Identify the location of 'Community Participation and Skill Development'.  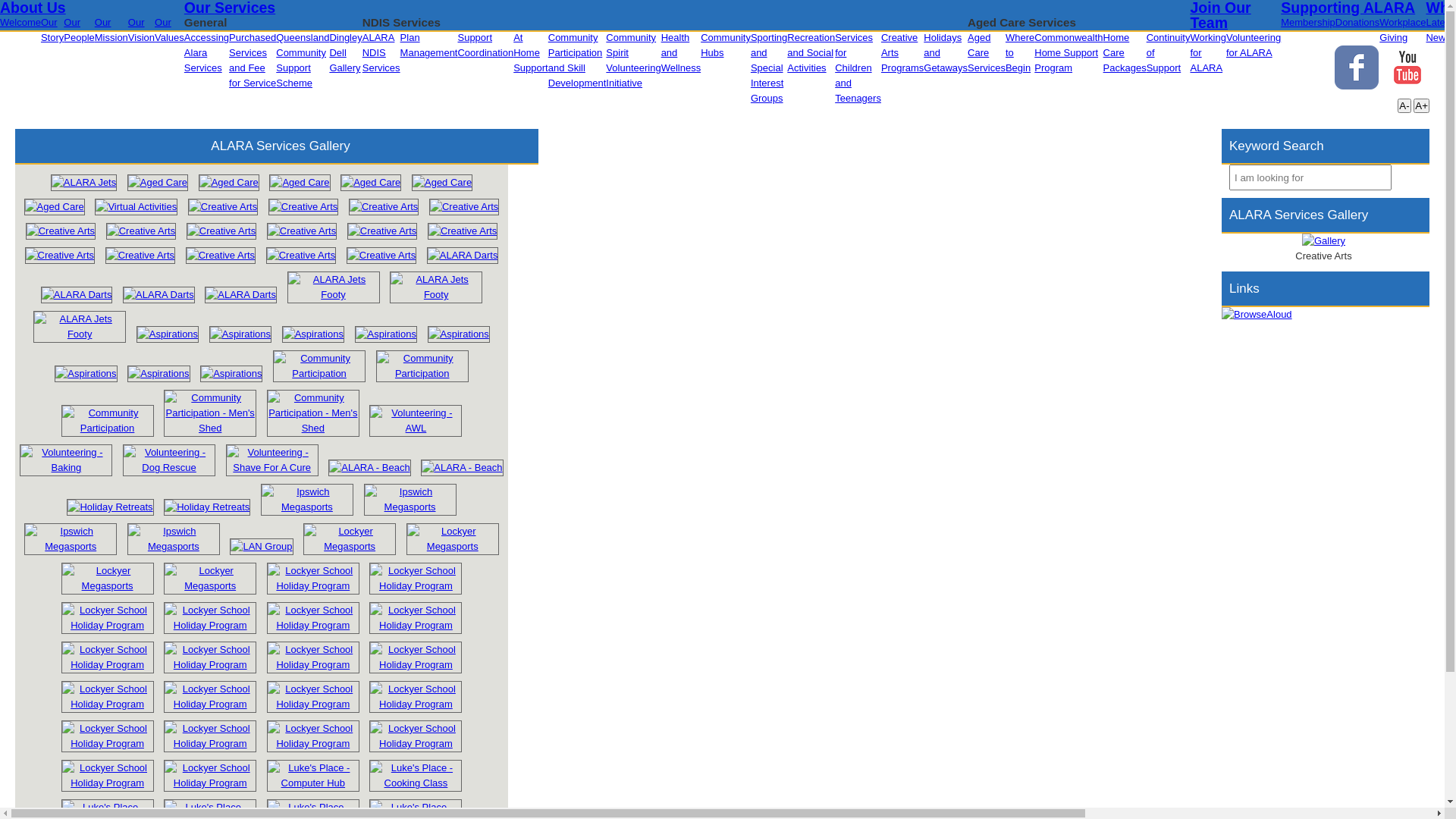
(576, 59).